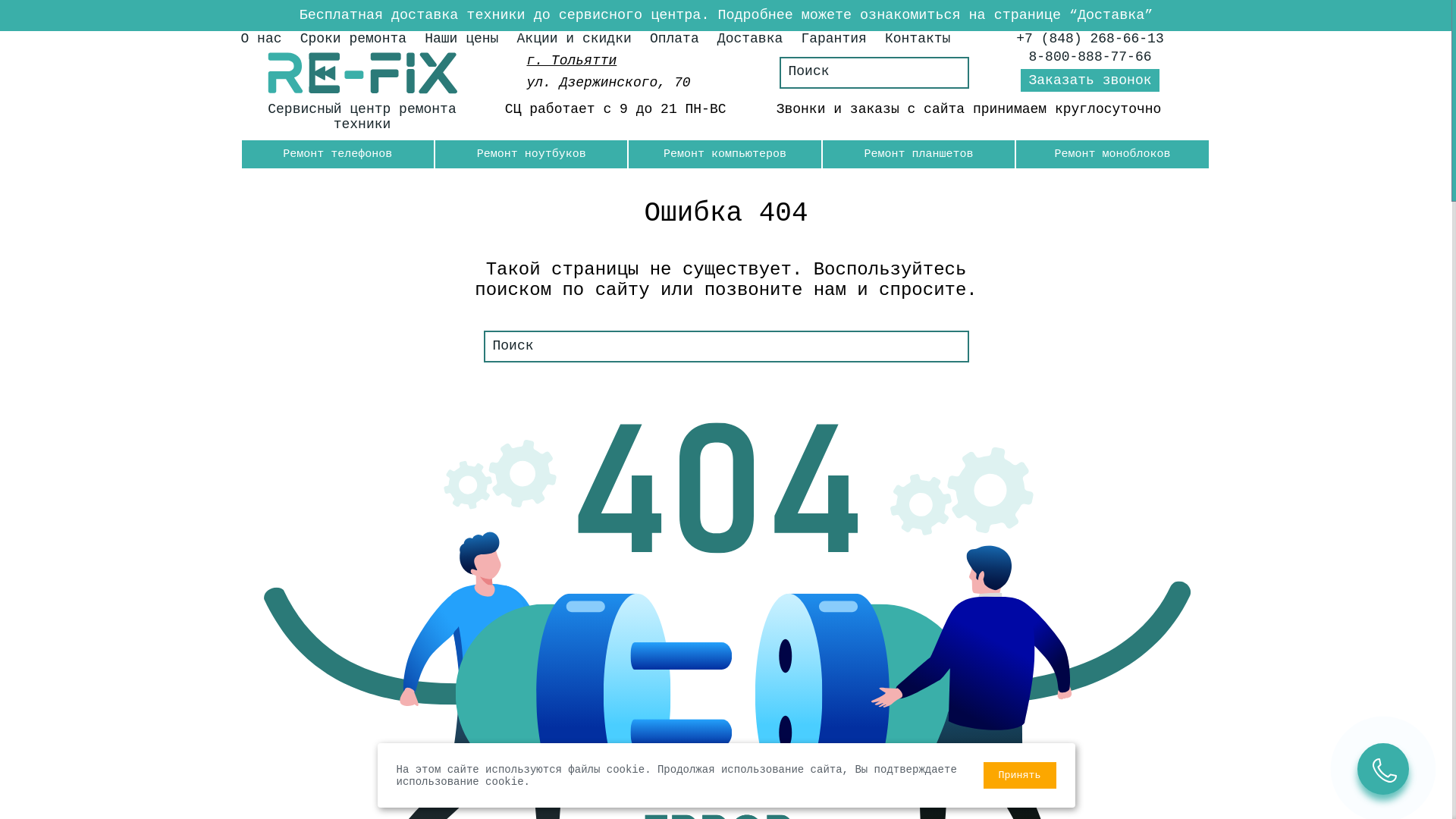 This screenshot has height=819, width=1456. What do you see at coordinates (1090, 55) in the screenshot?
I see `'8-800-888-77-66'` at bounding box center [1090, 55].